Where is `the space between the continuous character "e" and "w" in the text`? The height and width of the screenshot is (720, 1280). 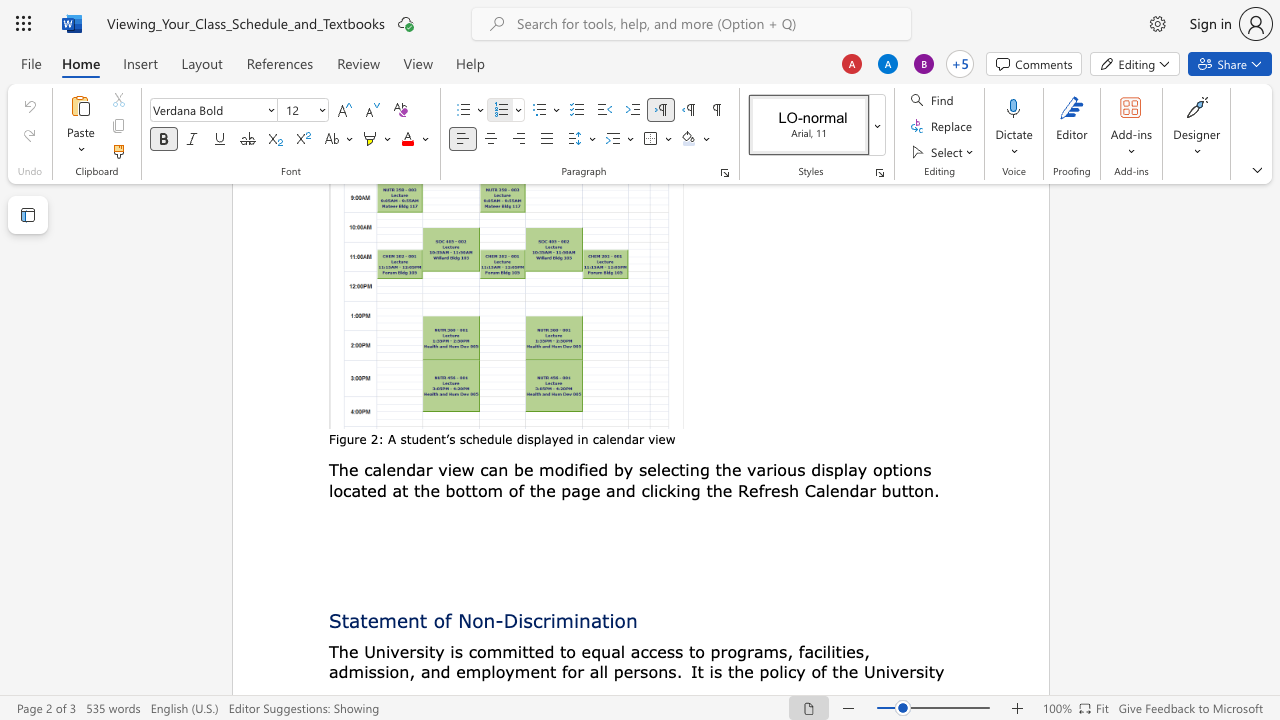
the space between the continuous character "e" and "w" in the text is located at coordinates (461, 469).